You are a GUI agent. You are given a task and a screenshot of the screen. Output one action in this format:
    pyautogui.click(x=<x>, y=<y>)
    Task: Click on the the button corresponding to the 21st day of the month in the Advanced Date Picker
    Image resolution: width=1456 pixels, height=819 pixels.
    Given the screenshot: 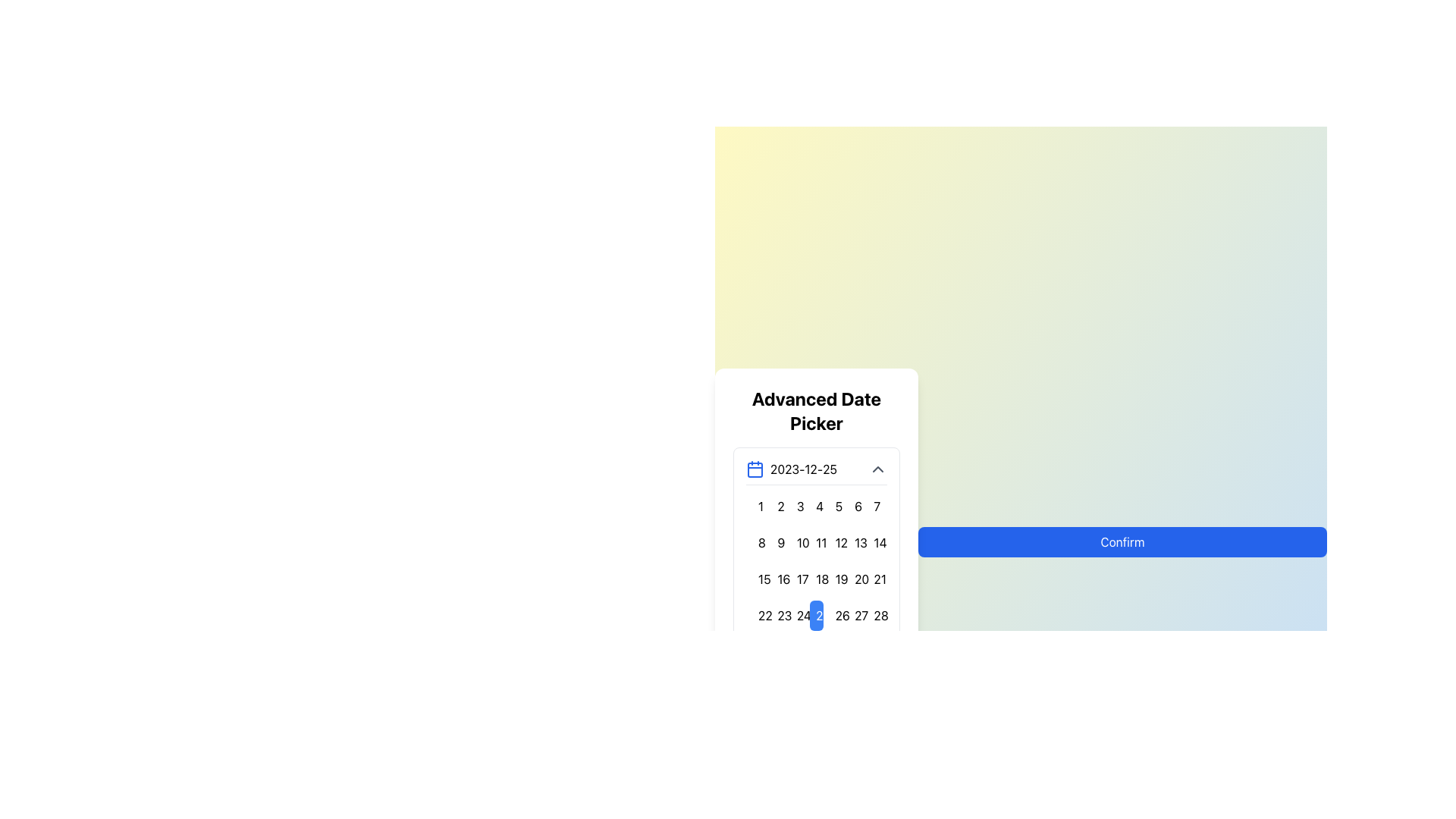 What is the action you would take?
    pyautogui.click(x=874, y=579)
    